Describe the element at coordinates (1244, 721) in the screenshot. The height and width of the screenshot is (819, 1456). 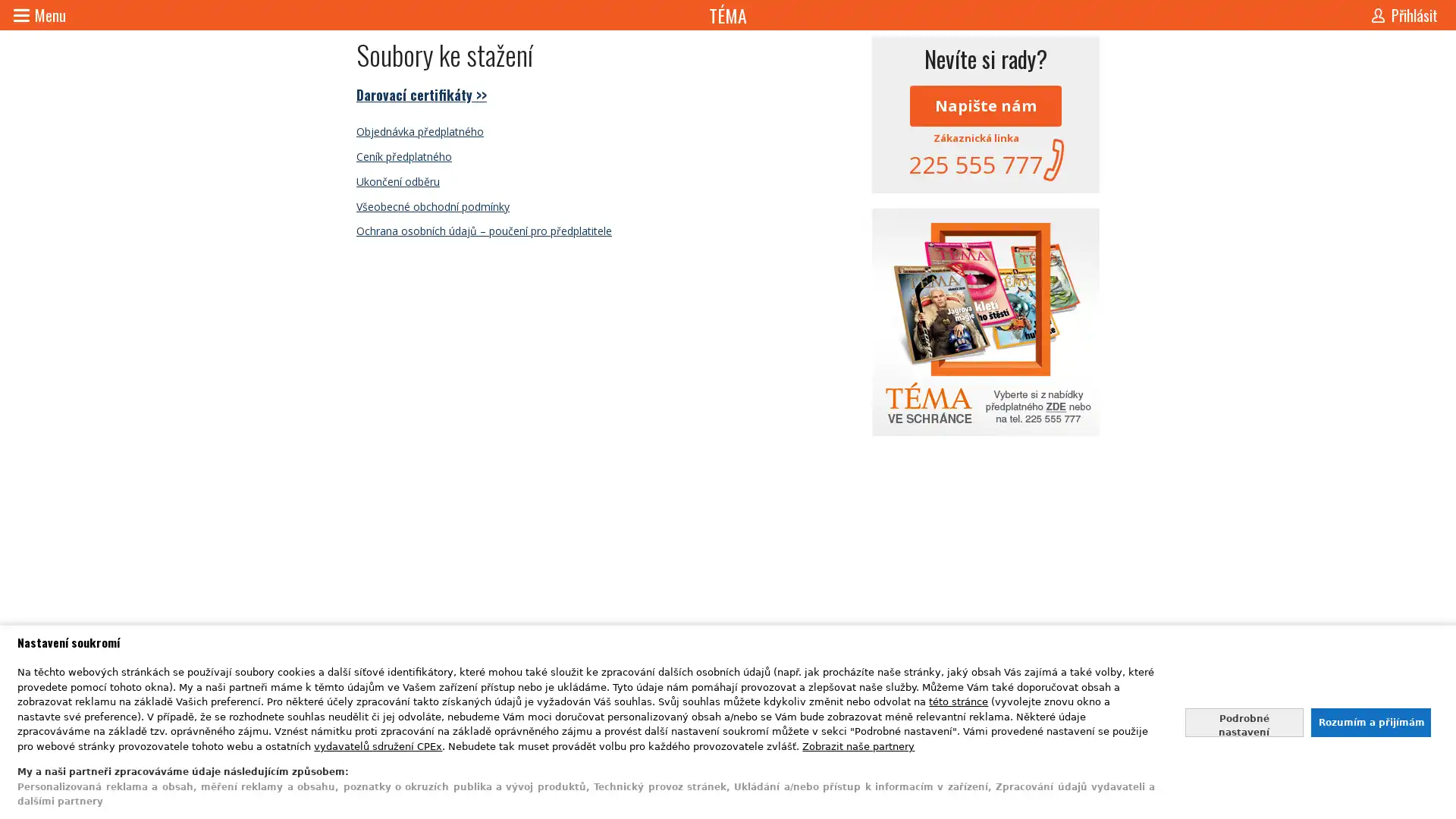
I see `Nastavte sve souhlasy` at that location.